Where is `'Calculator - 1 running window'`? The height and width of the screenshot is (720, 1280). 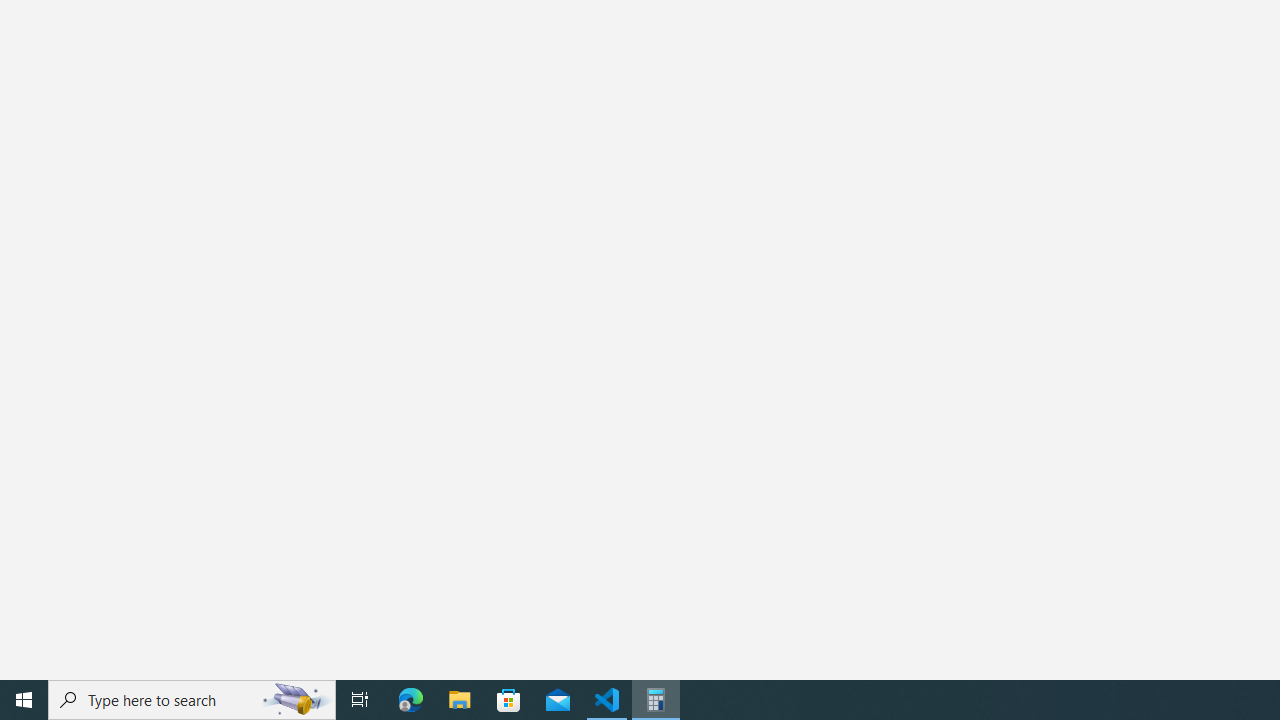 'Calculator - 1 running window' is located at coordinates (656, 698).